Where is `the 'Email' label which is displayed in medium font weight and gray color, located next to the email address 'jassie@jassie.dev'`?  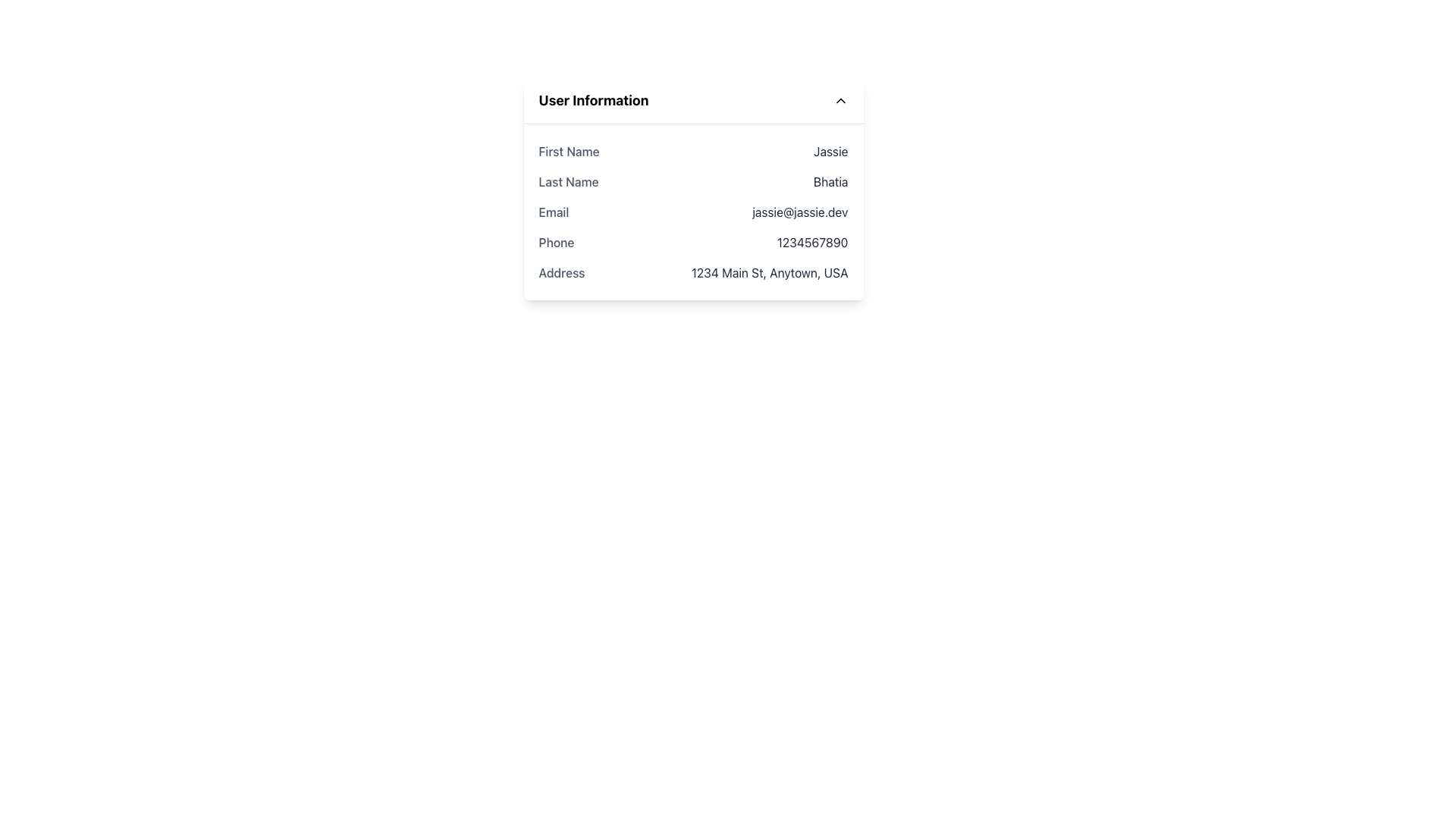
the 'Email' label which is displayed in medium font weight and gray color, located next to the email address 'jassie@jassie.dev' is located at coordinates (553, 212).